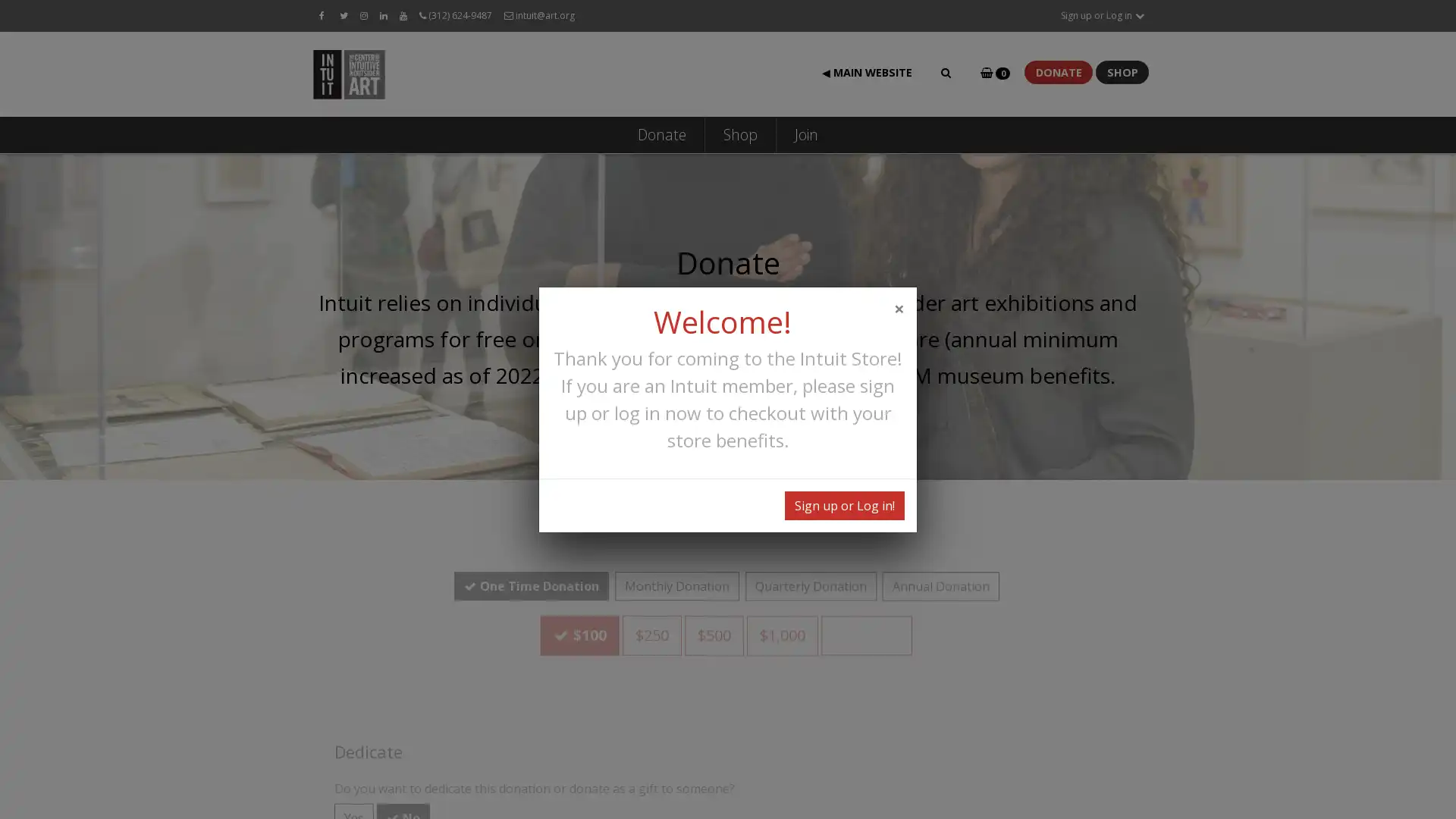 This screenshot has width=1456, height=819. I want to click on Credit / Debit, so click(910, 705).